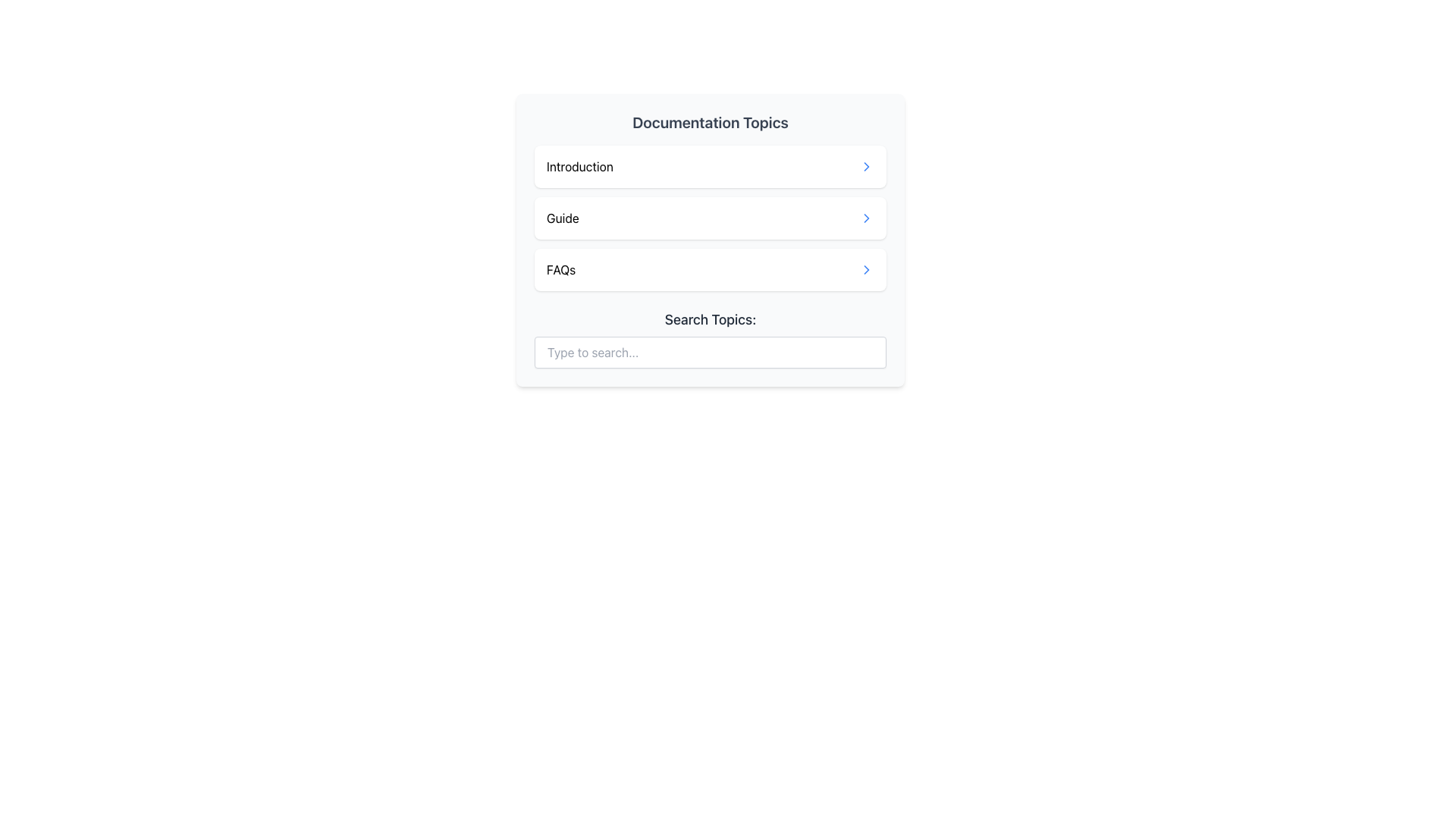 This screenshot has height=819, width=1456. Describe the element at coordinates (866, 218) in the screenshot. I see `the clickable icon located on the far right of the 'Guide' option` at that location.